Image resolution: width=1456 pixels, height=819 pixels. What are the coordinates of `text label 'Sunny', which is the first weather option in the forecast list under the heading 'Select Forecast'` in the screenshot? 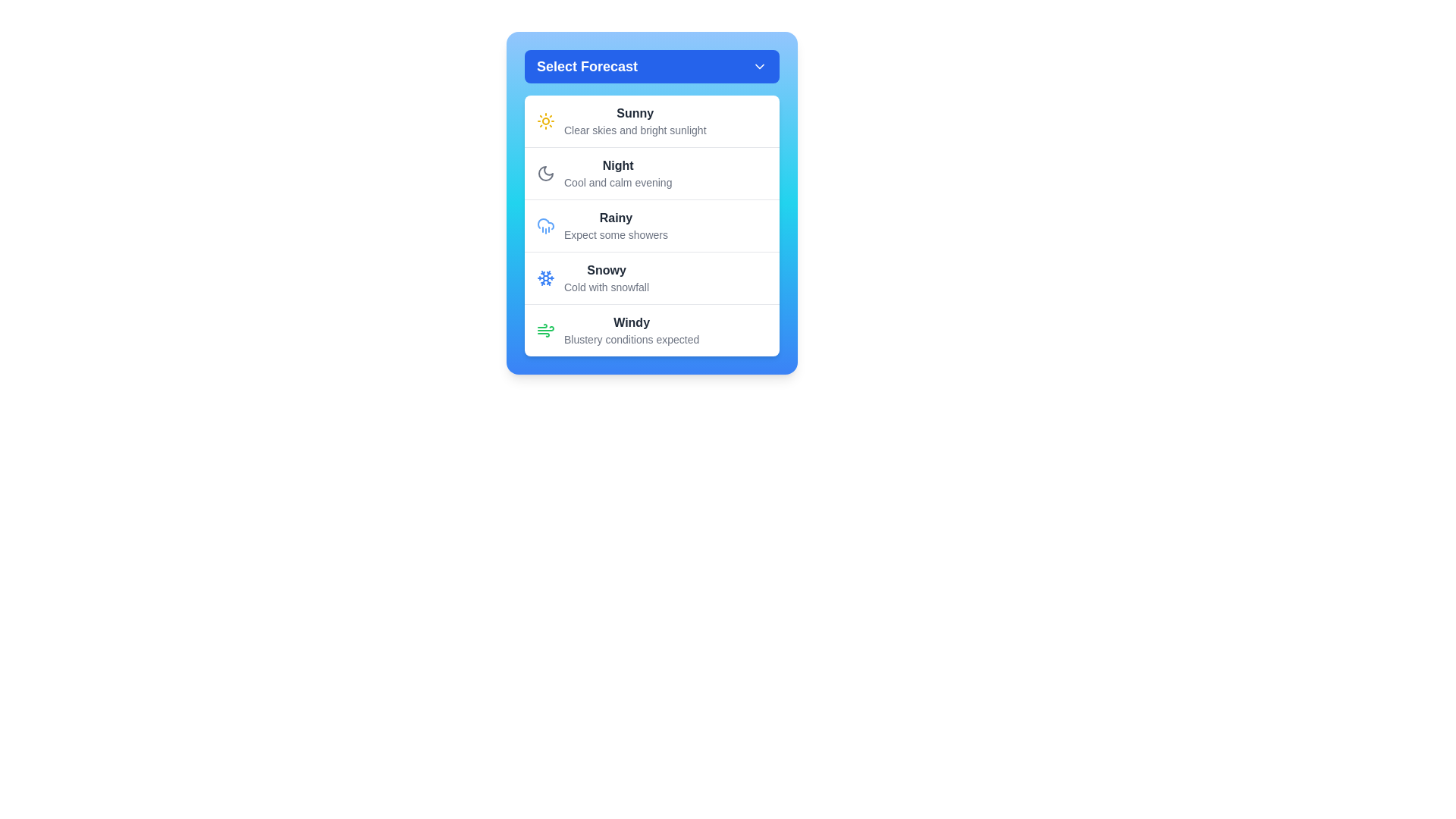 It's located at (635, 113).